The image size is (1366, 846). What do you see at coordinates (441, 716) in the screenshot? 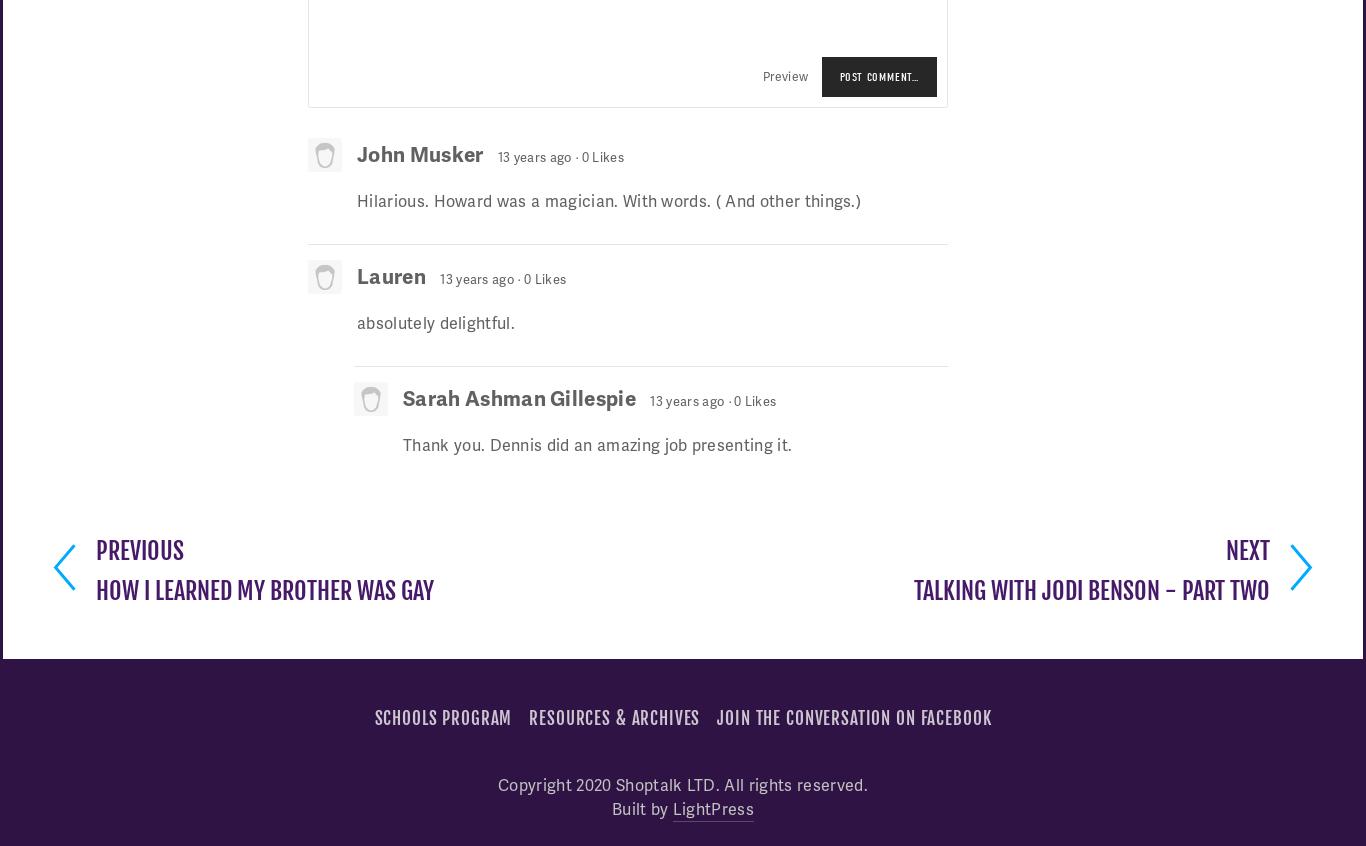
I see `'Schools Program'` at bounding box center [441, 716].